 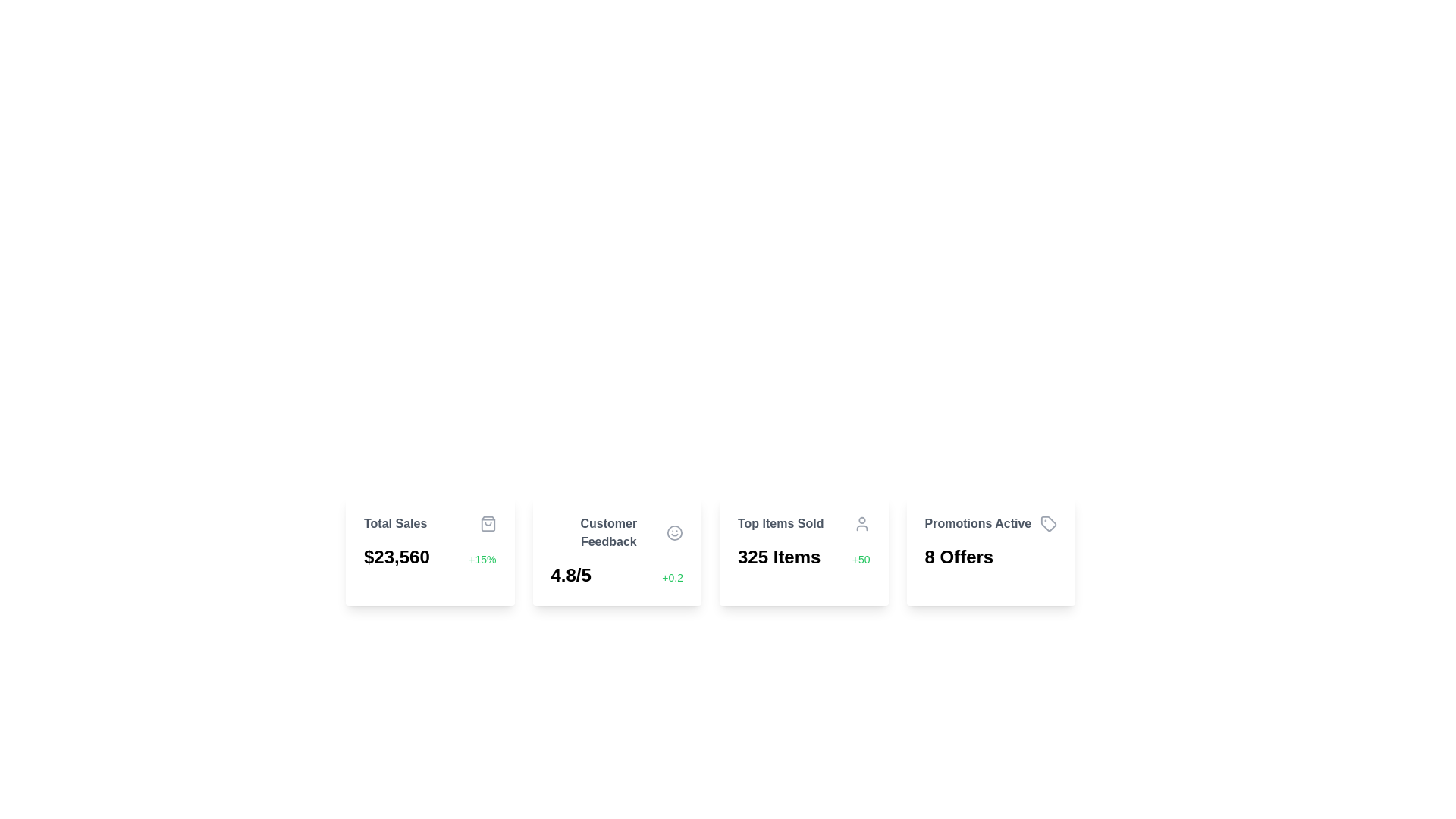 What do you see at coordinates (803, 557) in the screenshot?
I see `the Text Component displaying '325 Items' with '+50' within the 'Top Items Sold' card, positioned below the card title and to the right of a small icon` at bounding box center [803, 557].